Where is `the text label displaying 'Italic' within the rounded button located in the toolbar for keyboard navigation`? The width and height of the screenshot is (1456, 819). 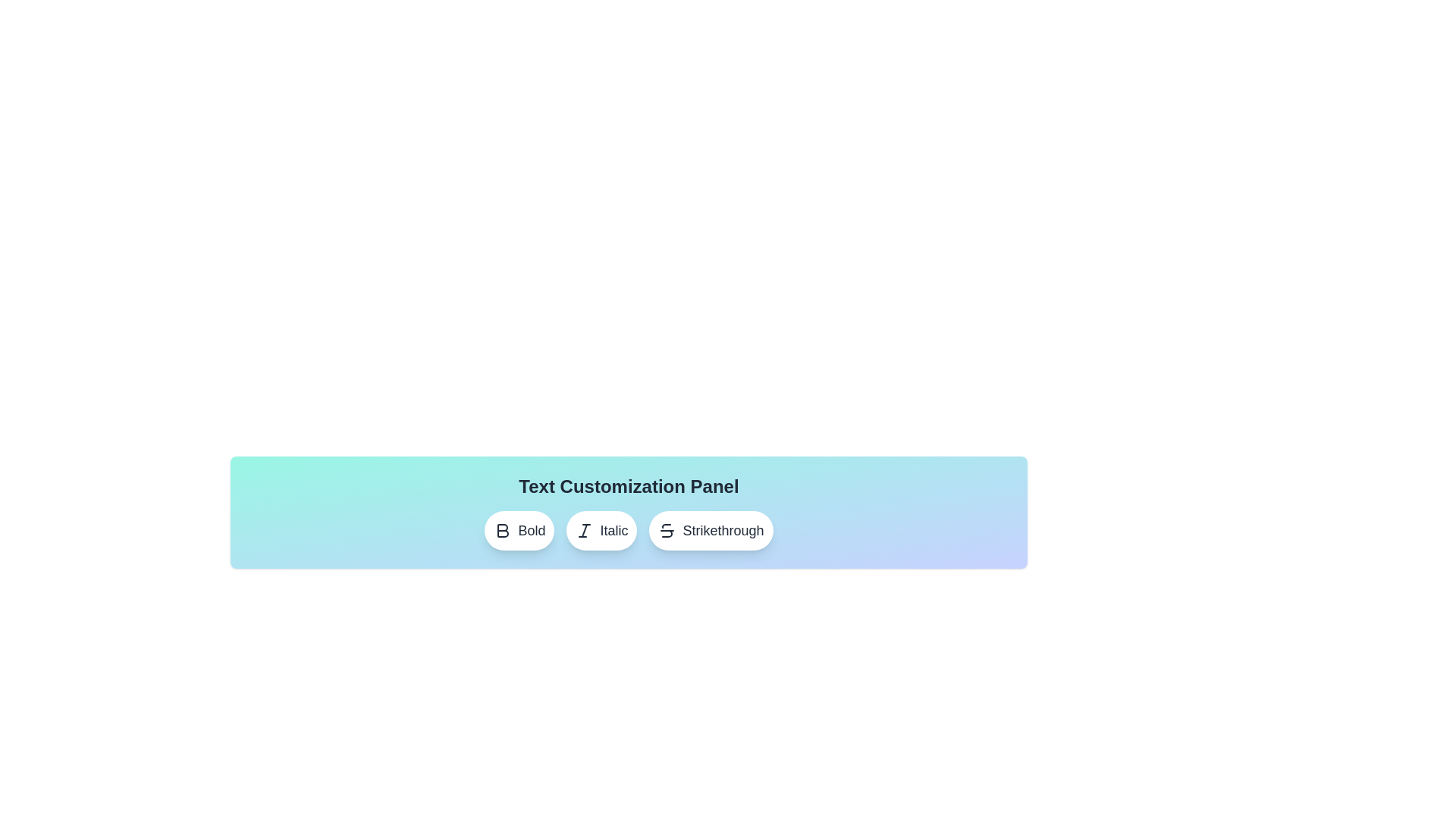 the text label displaying 'Italic' within the rounded button located in the toolbar for keyboard navigation is located at coordinates (614, 529).